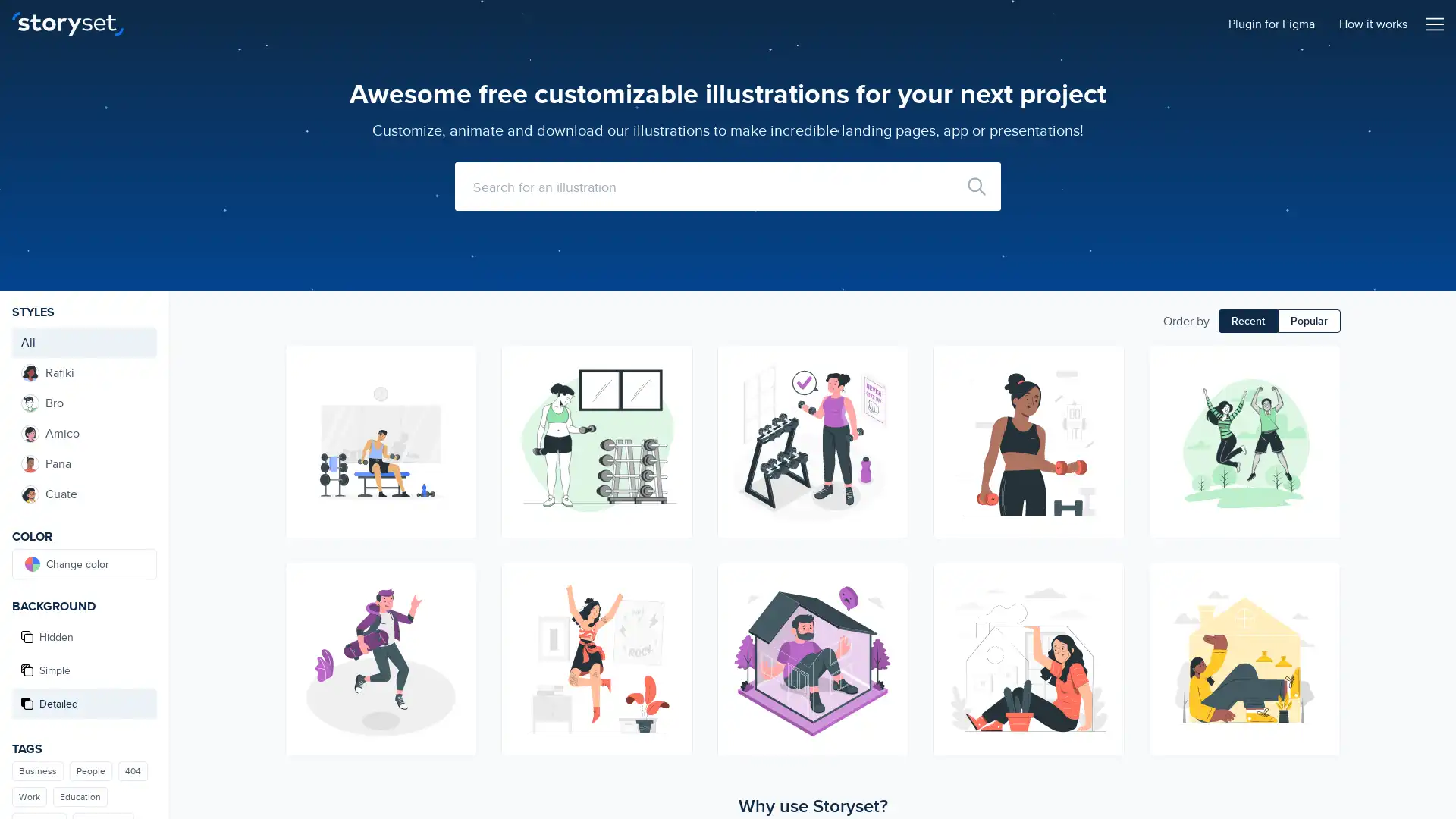  I want to click on wand icon Animate, so click(1320, 580).